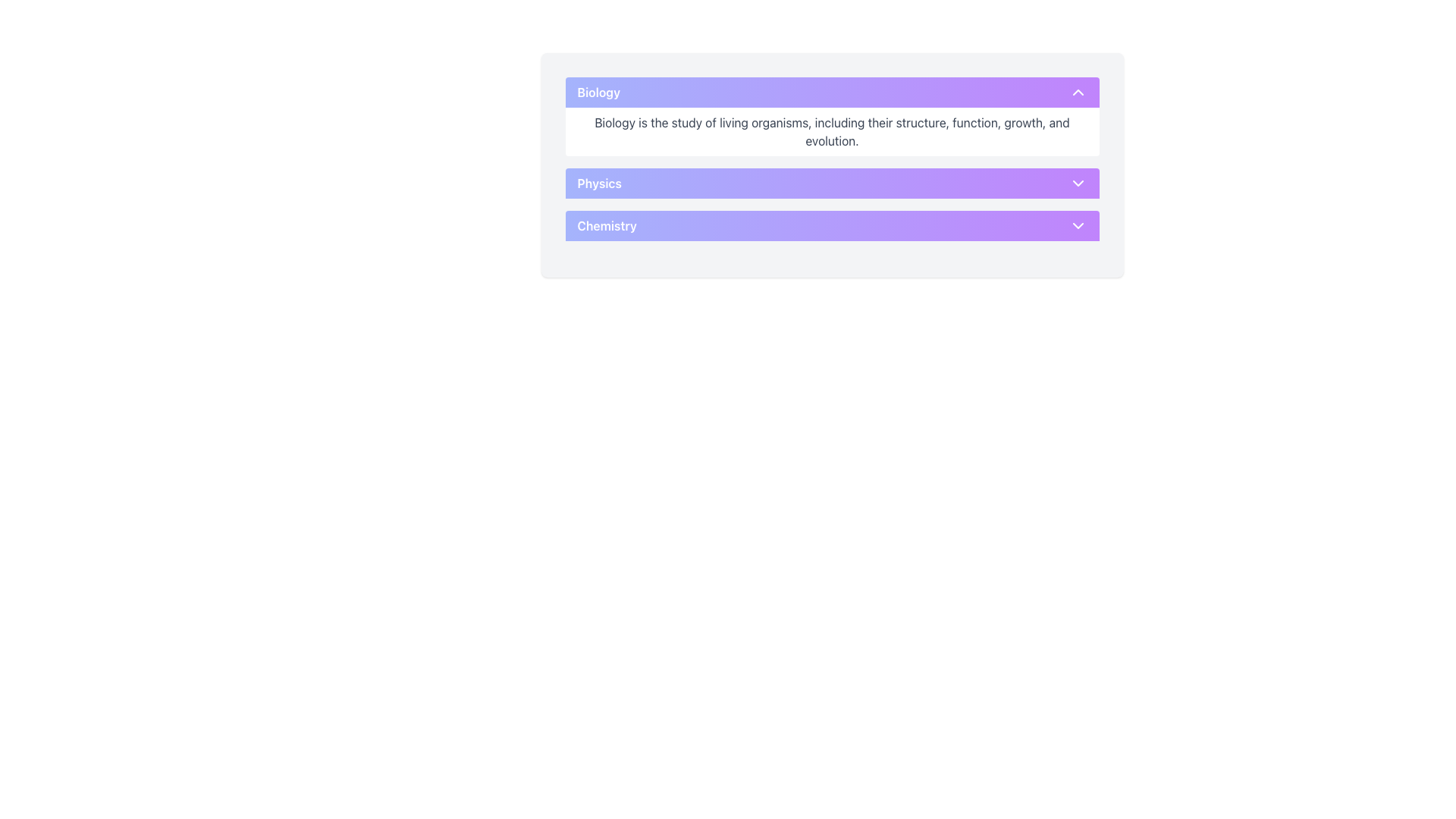 This screenshot has height=819, width=1456. I want to click on the upward-facing chevron icon outlined in white, located at the rightmost end of the purple header bar labeled 'Biology', so click(1077, 93).